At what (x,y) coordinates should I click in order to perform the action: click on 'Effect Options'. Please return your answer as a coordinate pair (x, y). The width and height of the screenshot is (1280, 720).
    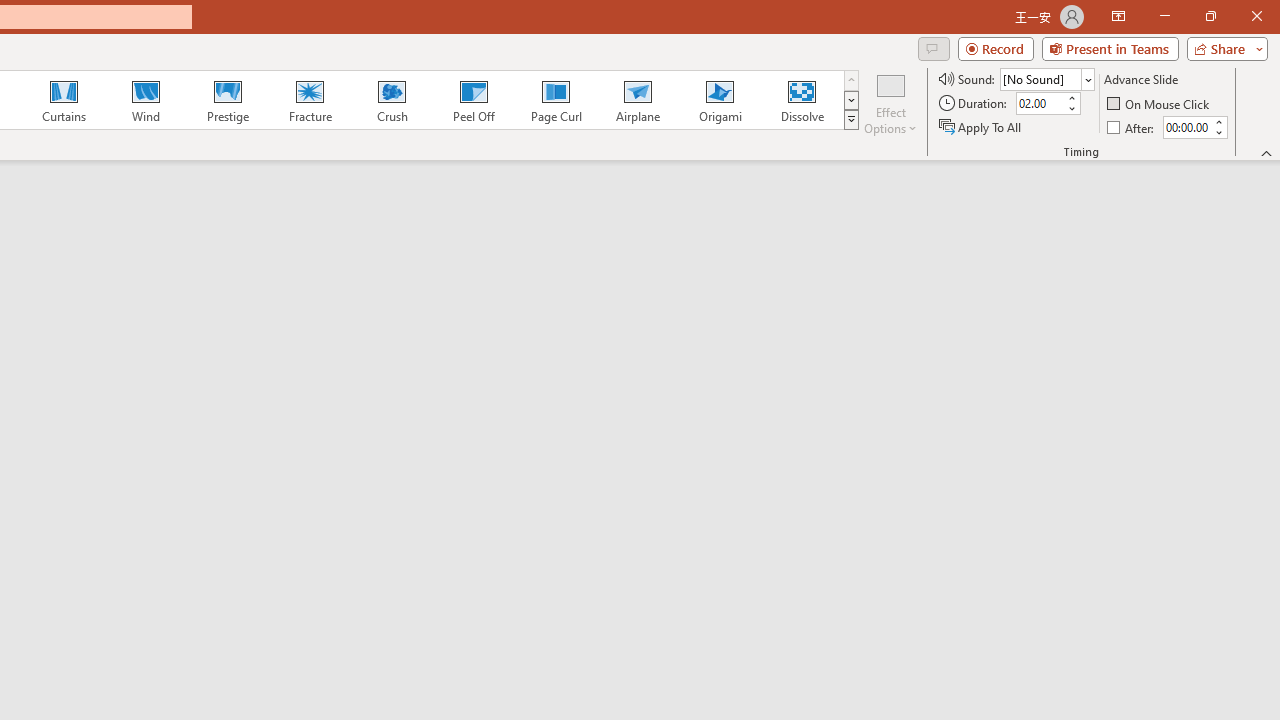
    Looking at the image, I should click on (889, 103).